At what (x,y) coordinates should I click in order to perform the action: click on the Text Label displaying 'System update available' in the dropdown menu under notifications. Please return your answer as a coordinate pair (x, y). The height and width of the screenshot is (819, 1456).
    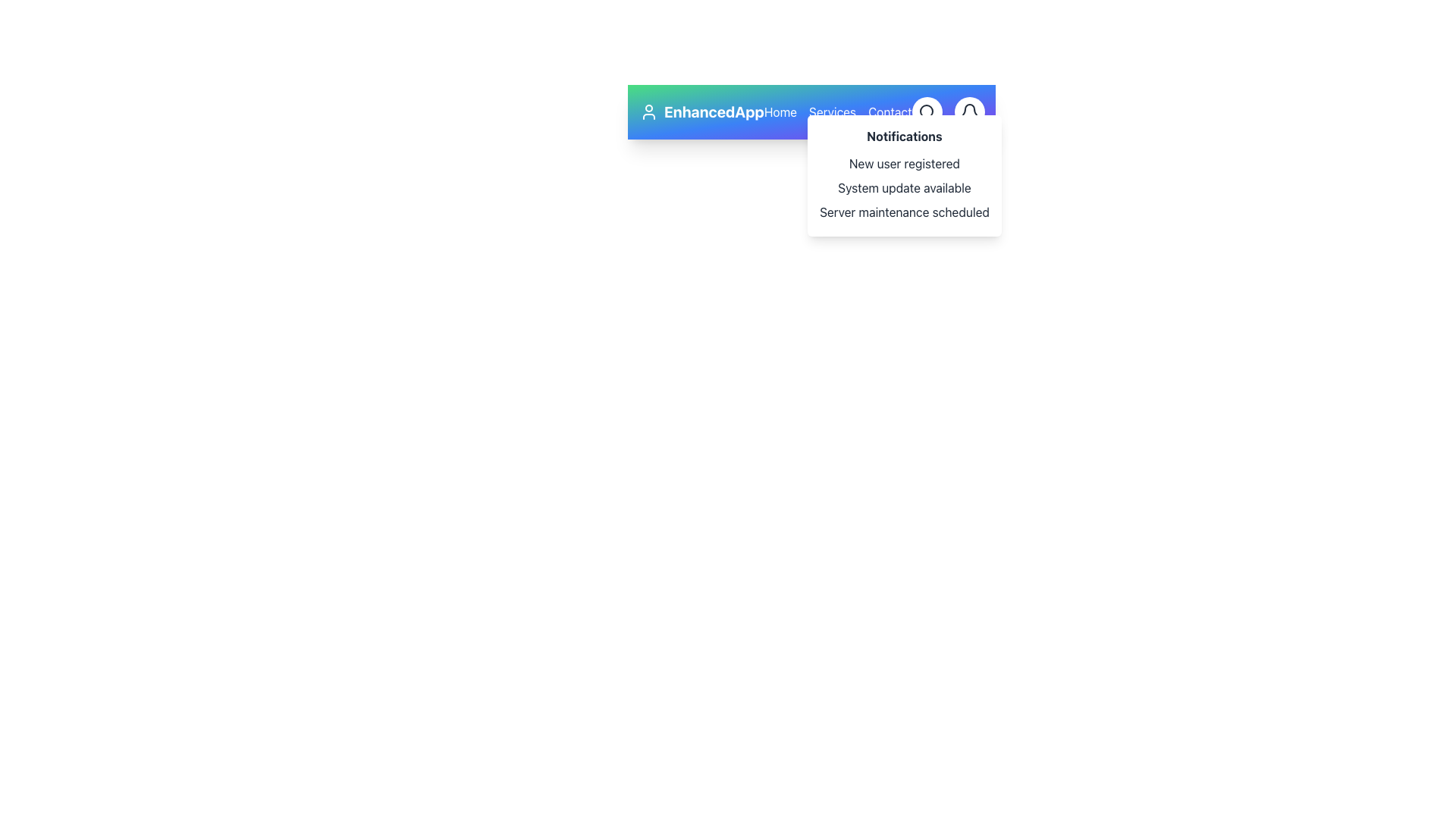
    Looking at the image, I should click on (905, 187).